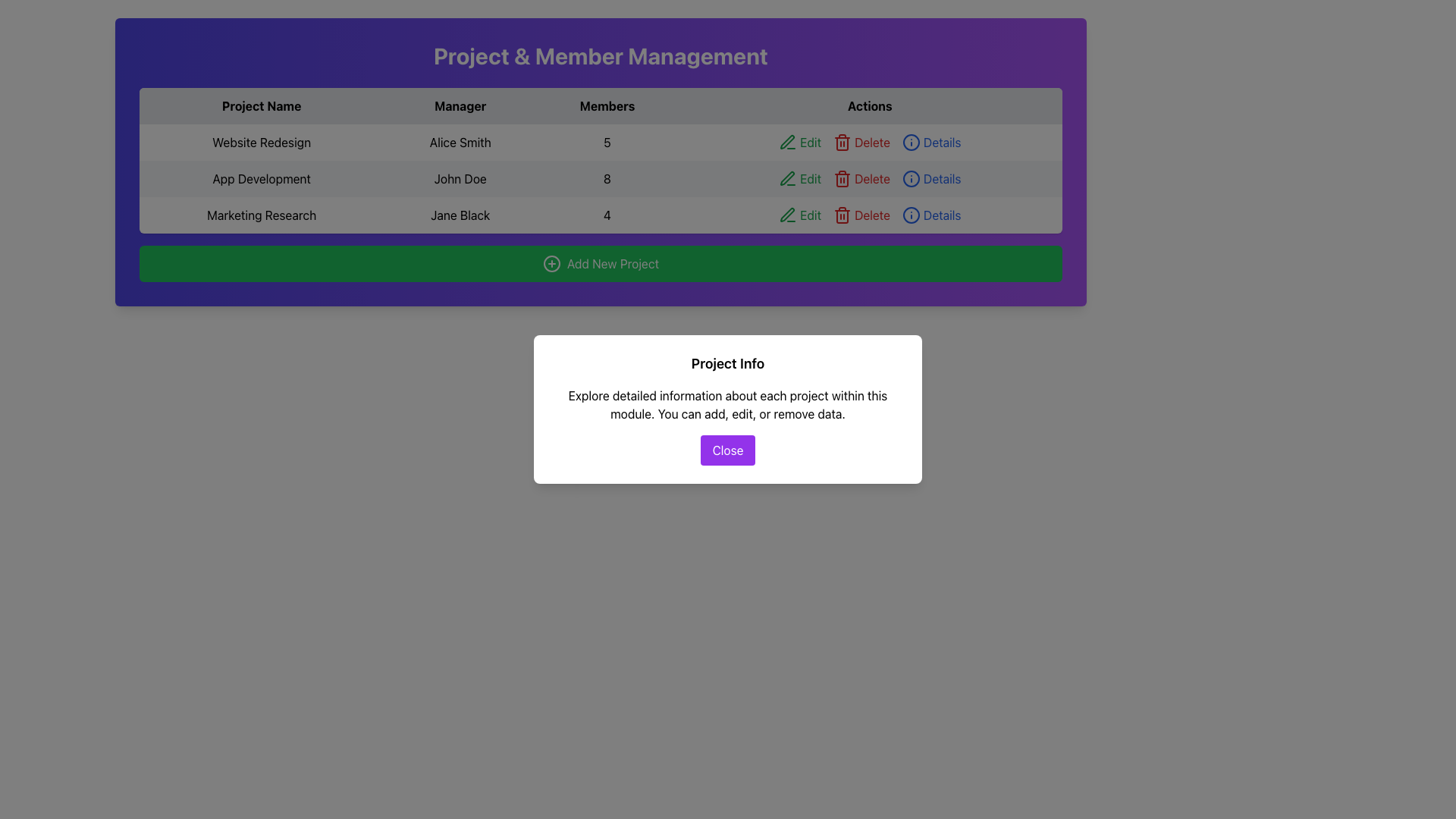 The width and height of the screenshot is (1456, 819). I want to click on the static text label that serves as the last column header for the 'Actions' section of the table, located to the right of the 'Members' header, so click(870, 105).